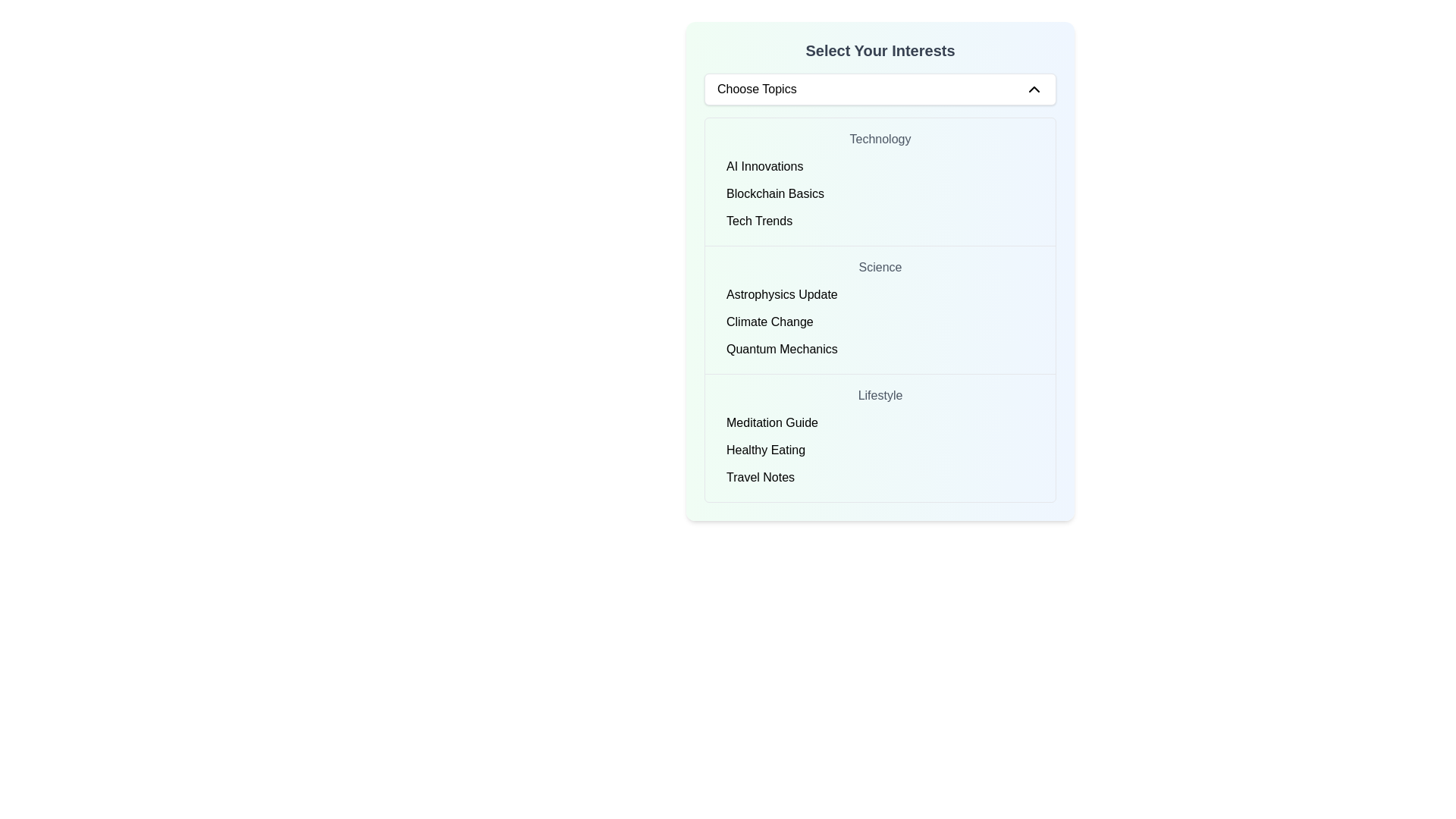 The height and width of the screenshot is (819, 1456). I want to click on the 'Climate Change' text label located in the 'Science' category list, so click(770, 321).